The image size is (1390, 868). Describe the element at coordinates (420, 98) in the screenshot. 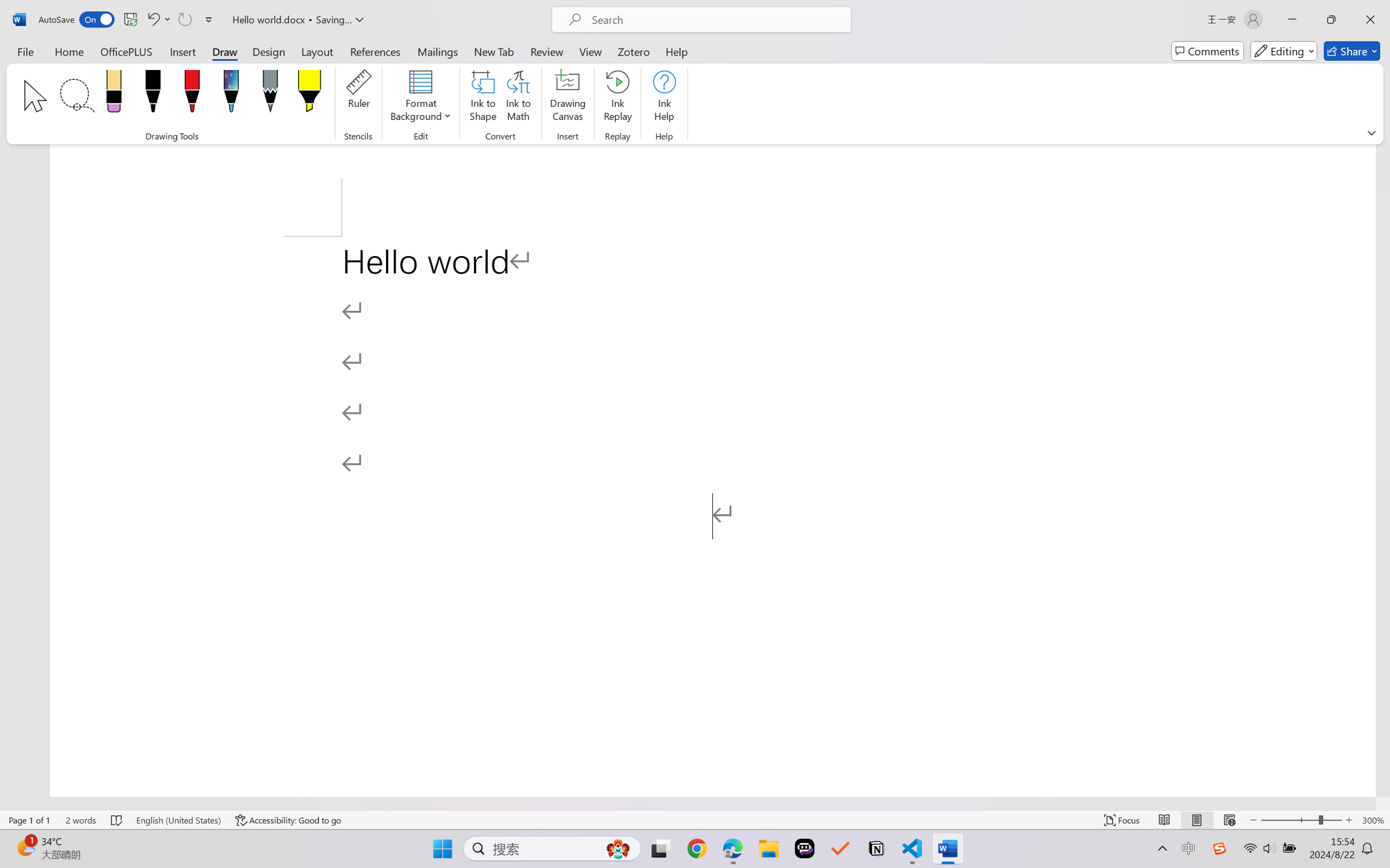

I see `'Format Background'` at that location.